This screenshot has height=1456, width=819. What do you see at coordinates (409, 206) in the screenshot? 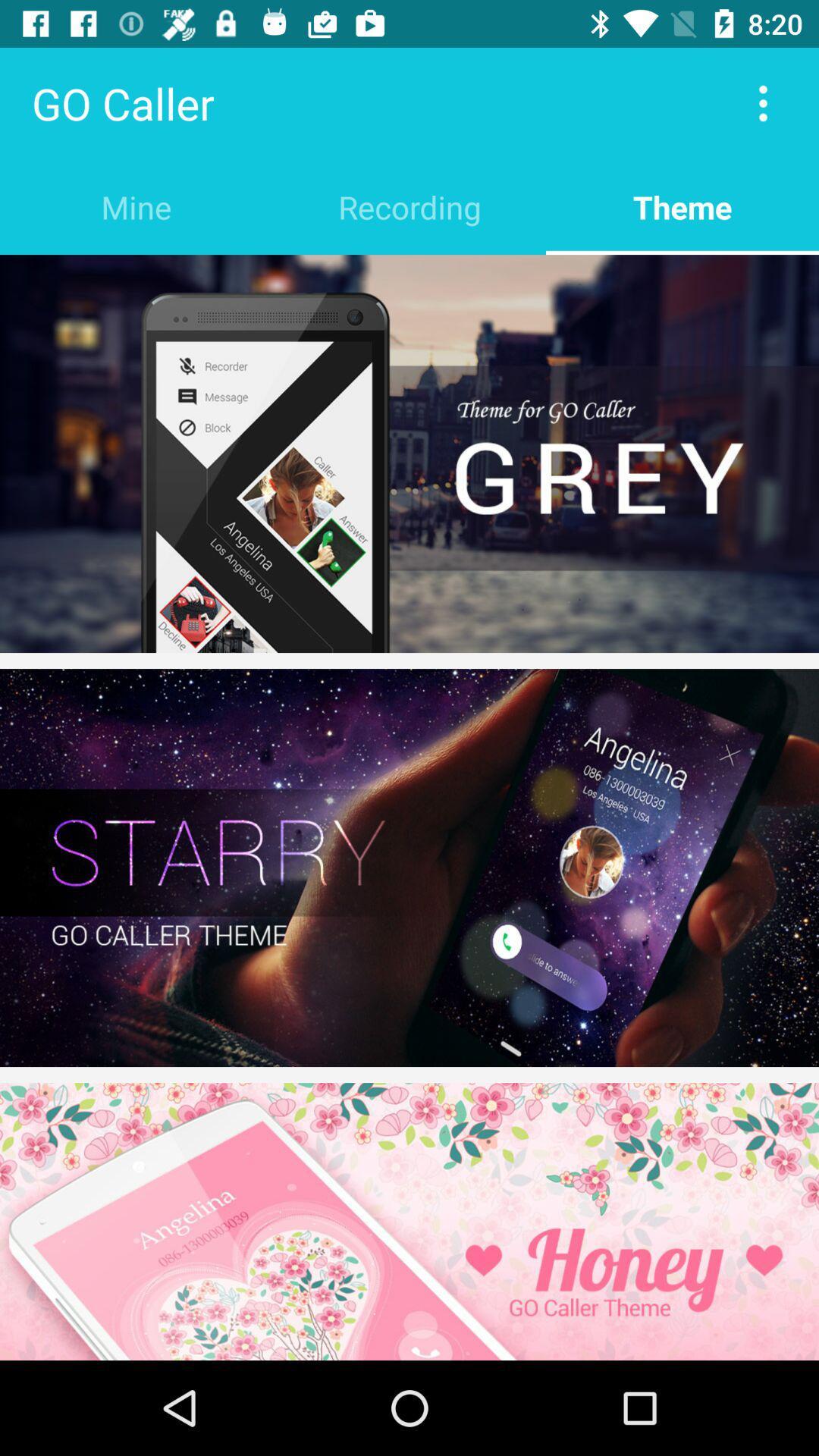
I see `the item to the left of the theme icon` at bounding box center [409, 206].